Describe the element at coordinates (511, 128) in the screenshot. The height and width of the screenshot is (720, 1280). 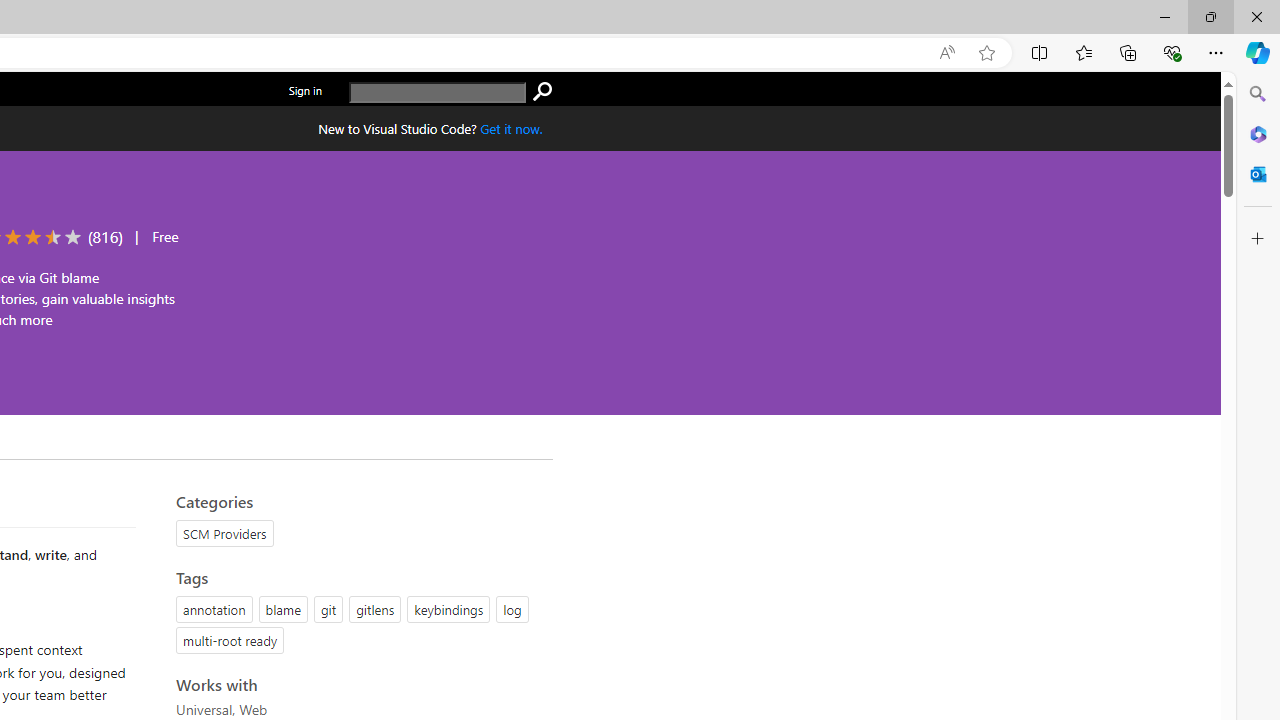
I see `'Get Visual Studio Code Now'` at that location.